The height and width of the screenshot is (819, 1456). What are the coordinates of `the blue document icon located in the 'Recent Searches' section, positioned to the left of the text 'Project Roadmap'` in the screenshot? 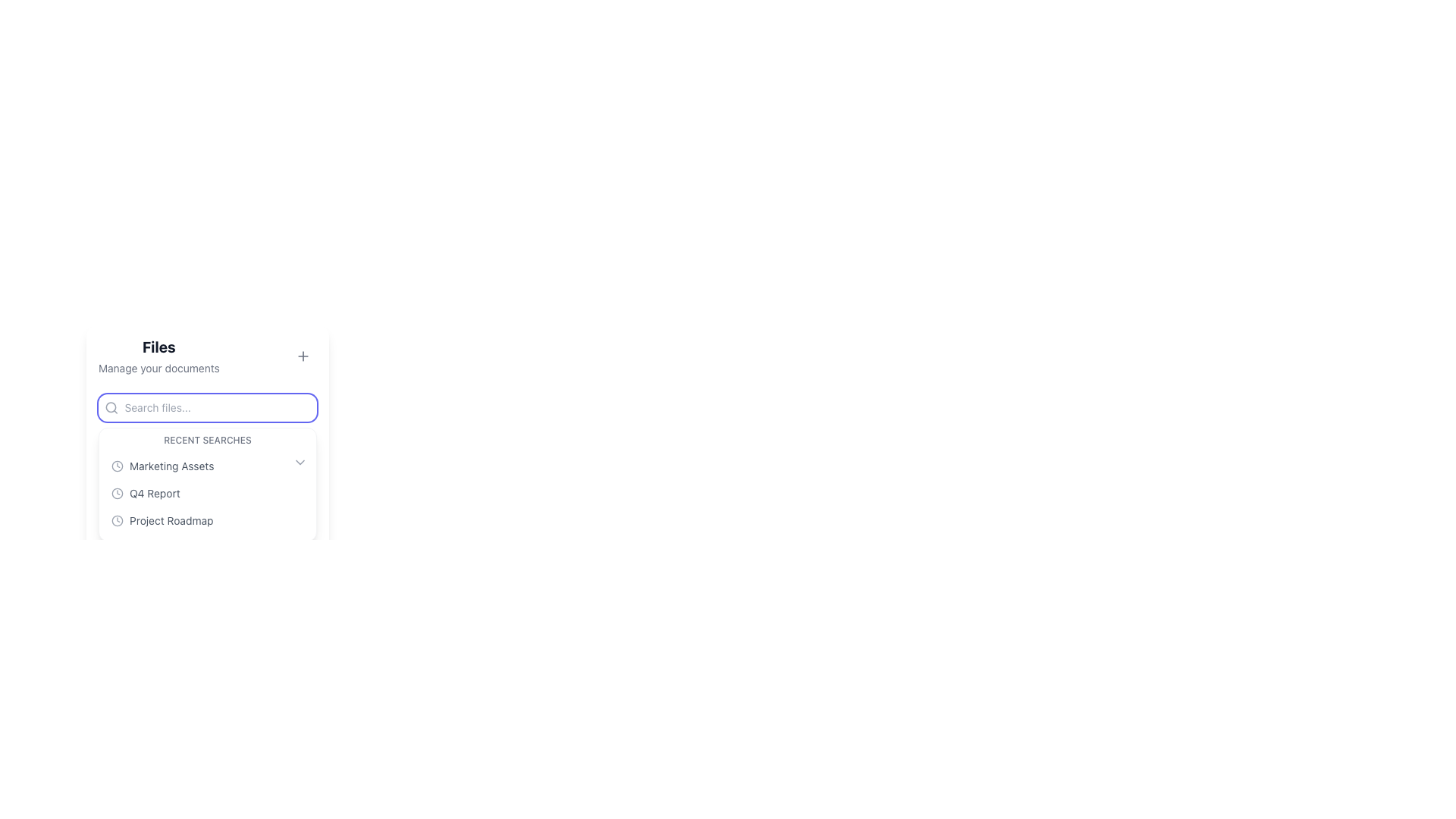 It's located at (133, 526).